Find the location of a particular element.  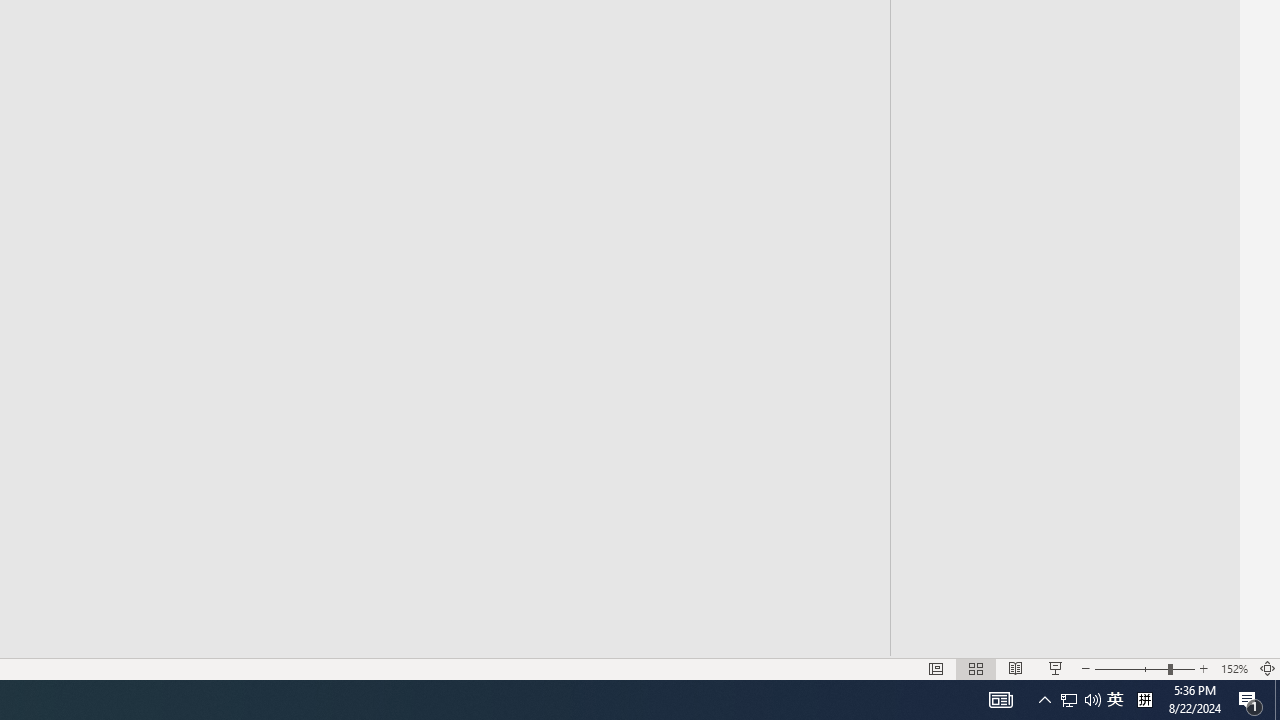

'Zoom 152%' is located at coordinates (1233, 669).